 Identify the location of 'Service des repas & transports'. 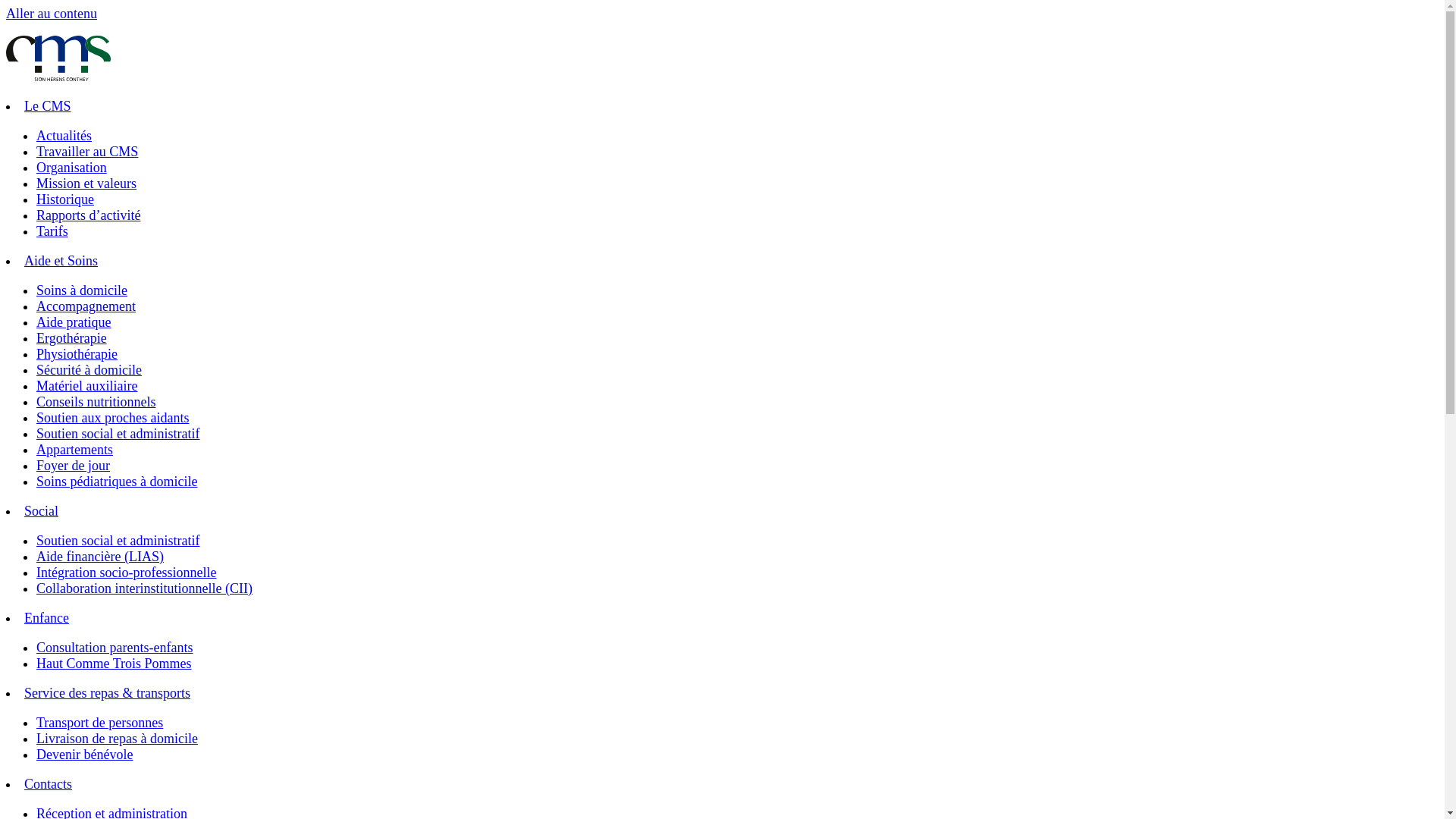
(106, 693).